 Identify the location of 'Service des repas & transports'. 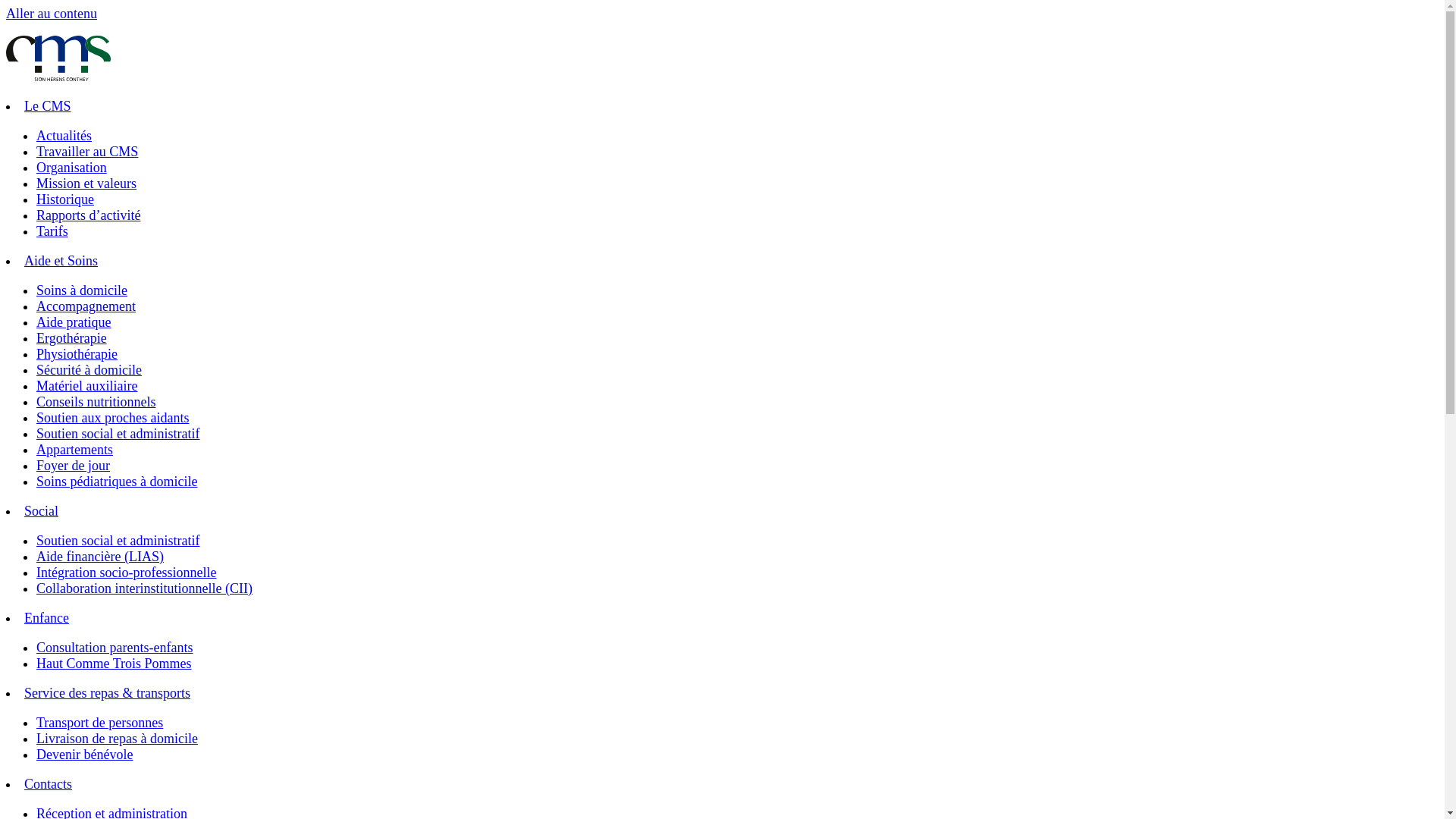
(106, 693).